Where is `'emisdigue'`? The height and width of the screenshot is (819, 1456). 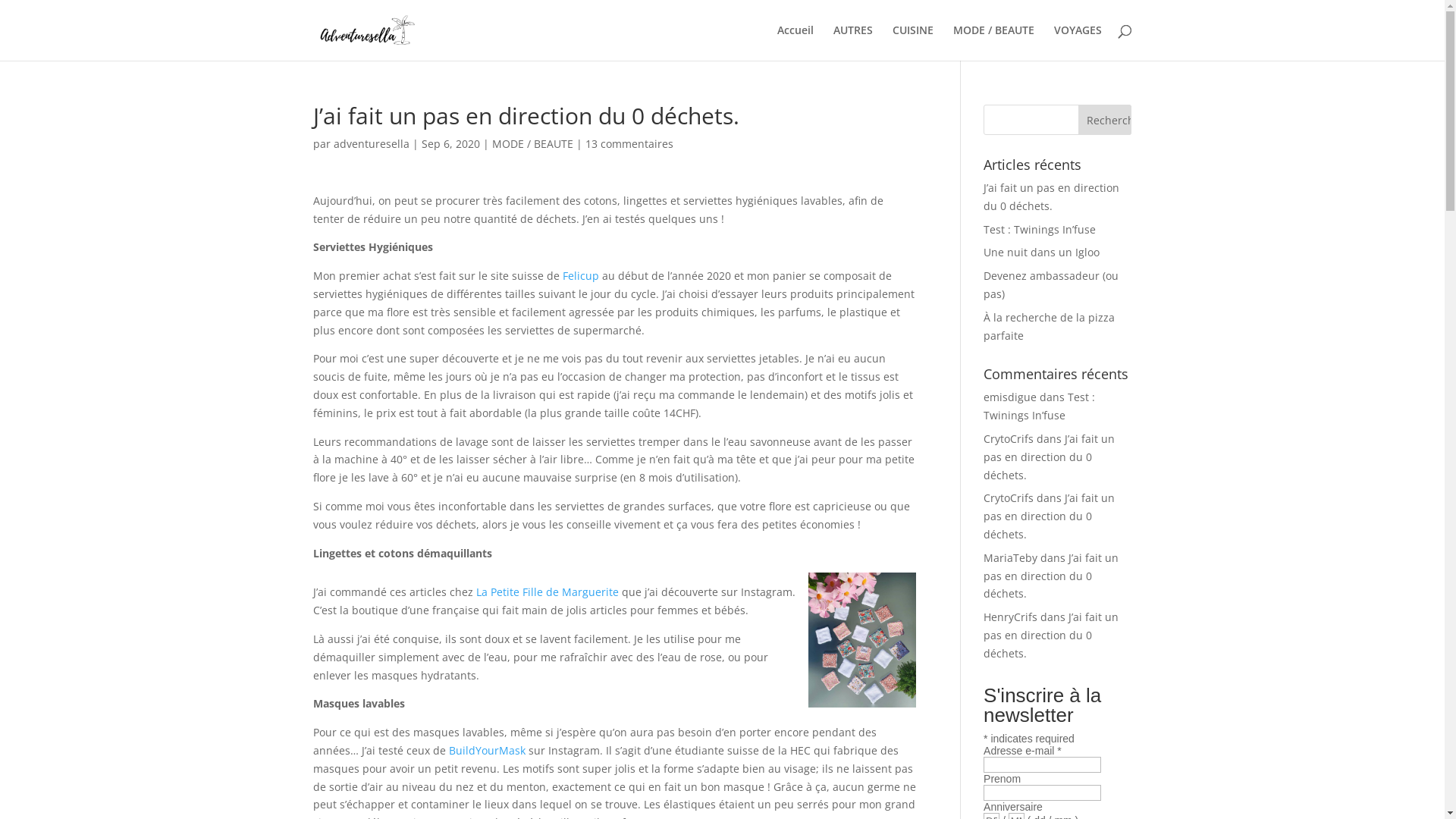 'emisdigue' is located at coordinates (1010, 396).